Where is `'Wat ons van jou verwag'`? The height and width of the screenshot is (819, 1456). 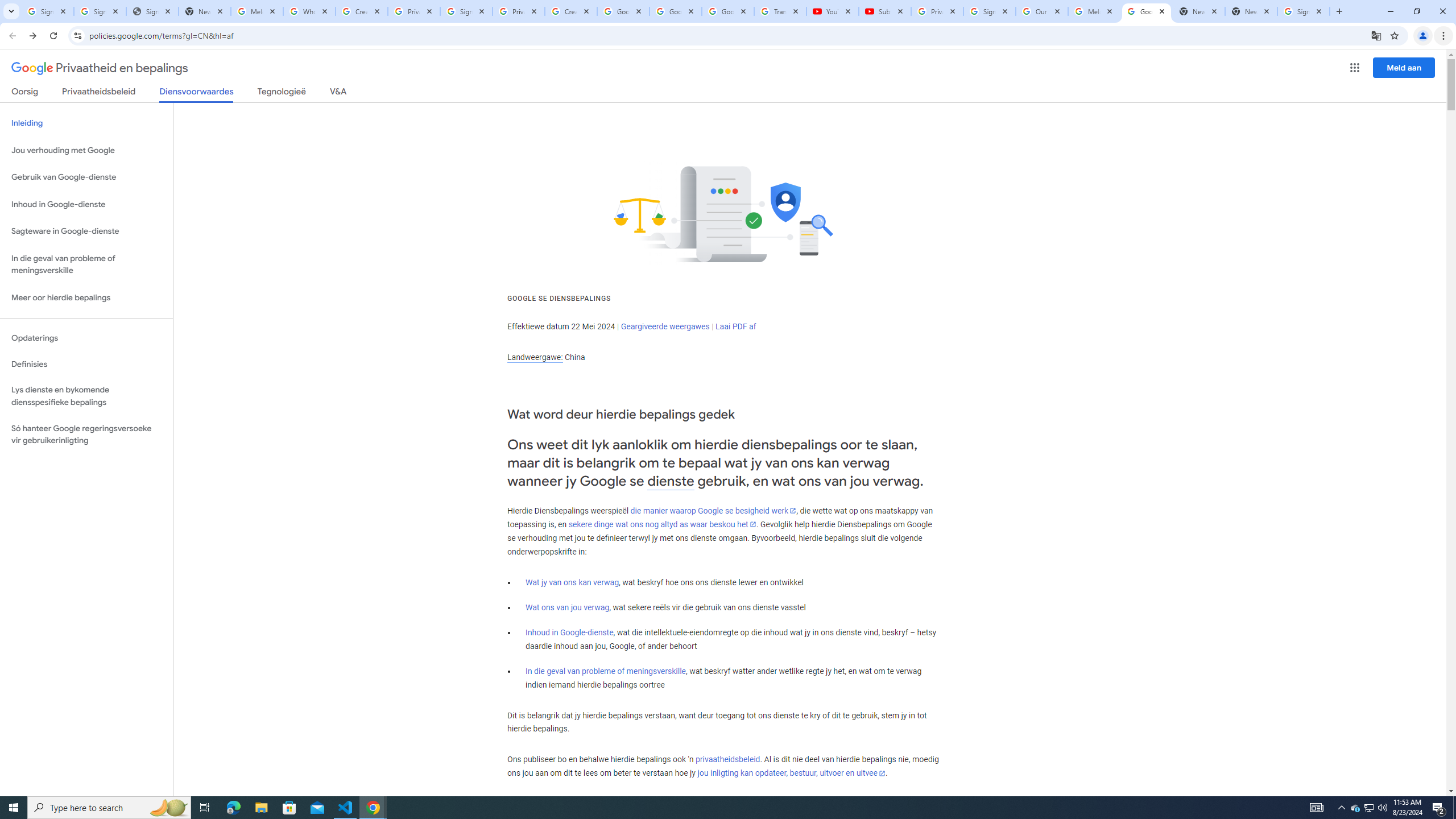 'Wat ons van jou verwag' is located at coordinates (568, 606).